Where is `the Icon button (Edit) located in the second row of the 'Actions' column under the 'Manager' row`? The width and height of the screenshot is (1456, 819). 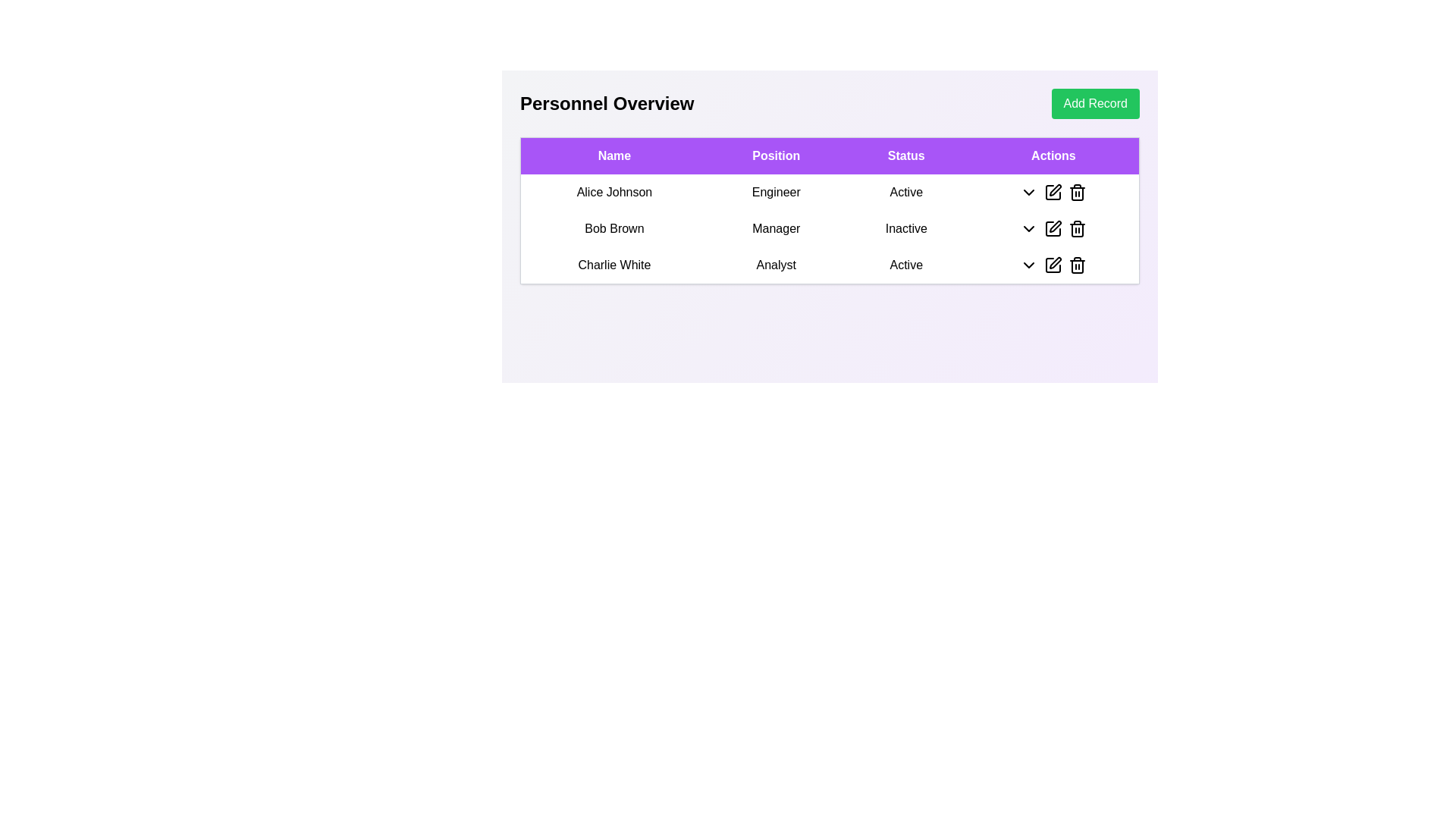
the Icon button (Edit) located in the second row of the 'Actions' column under the 'Manager' row is located at coordinates (1055, 227).